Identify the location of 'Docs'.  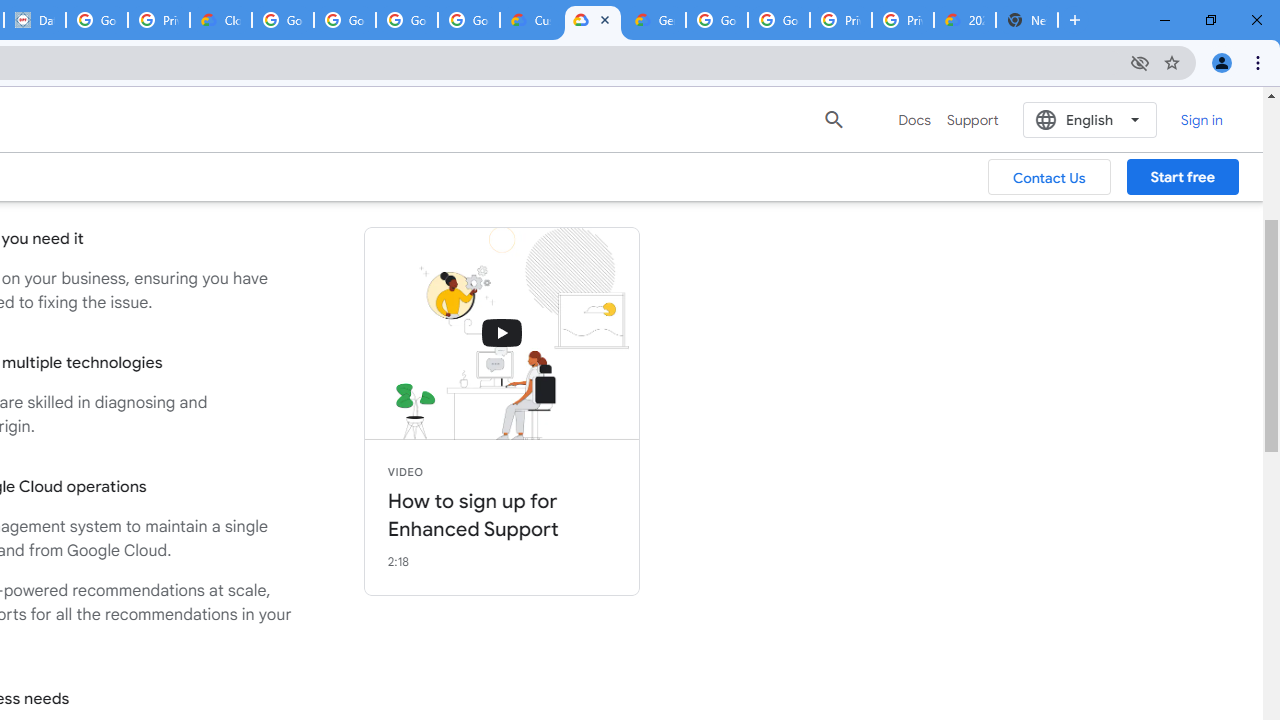
(914, 119).